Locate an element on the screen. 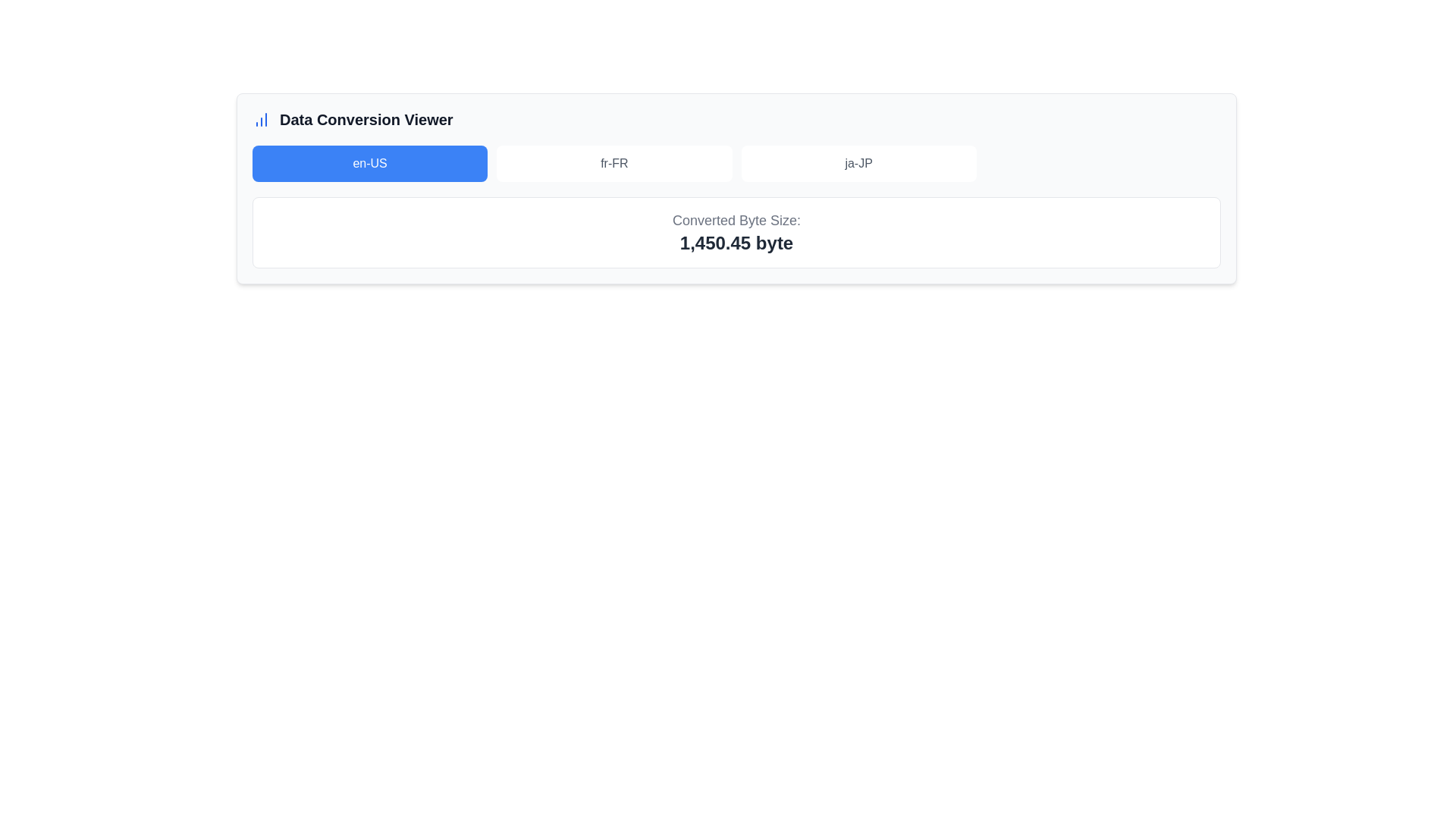  information displayed in the Text Display that presents the result of a data conversion process, specifically indicating a size value in bytes, located below the label 'Converted Byte Size' is located at coordinates (736, 242).